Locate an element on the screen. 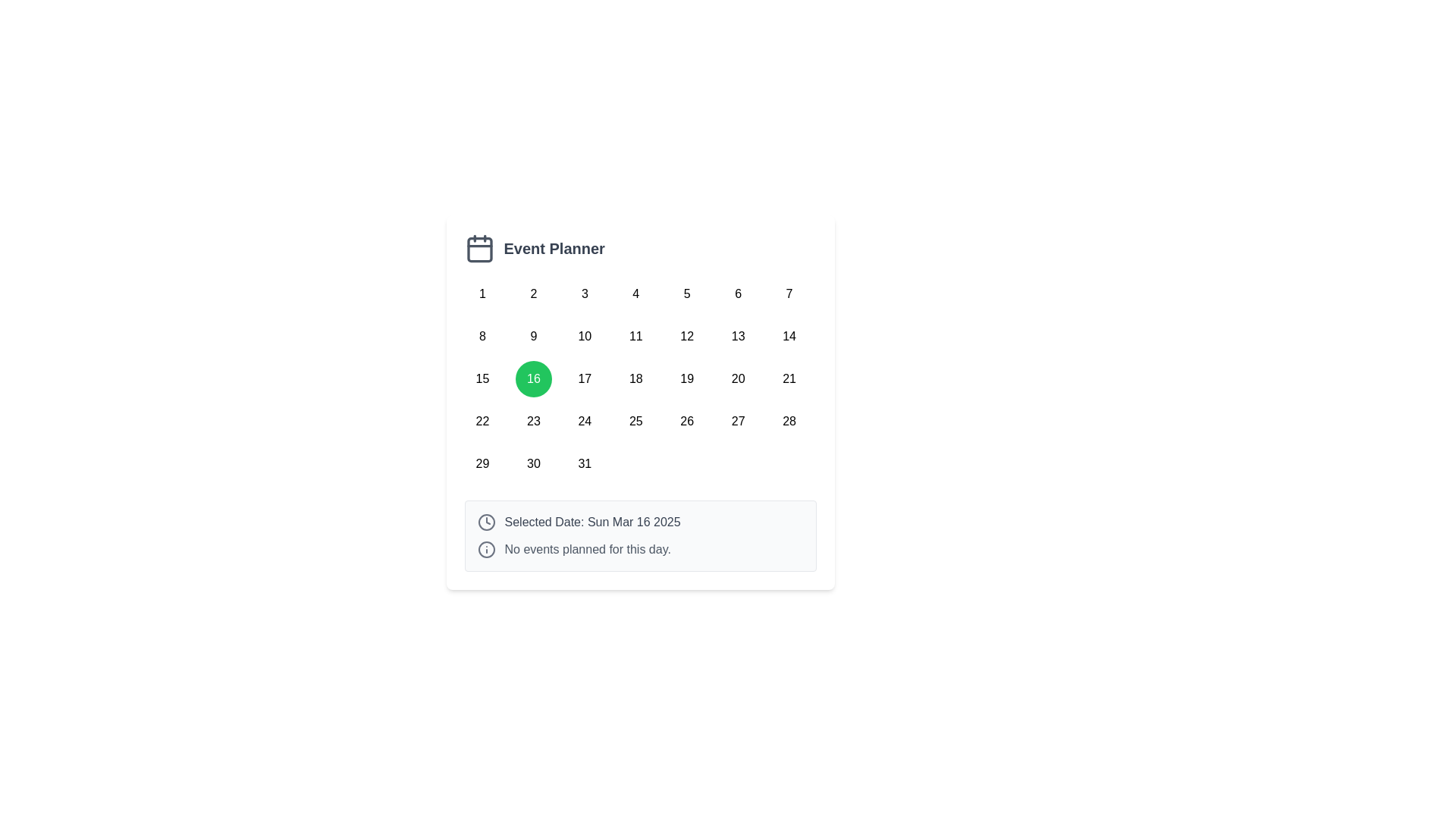 The width and height of the screenshot is (1456, 819). the calendar day button for the date '14', which is the seventh day in the second row of the calendar grid is located at coordinates (789, 335).